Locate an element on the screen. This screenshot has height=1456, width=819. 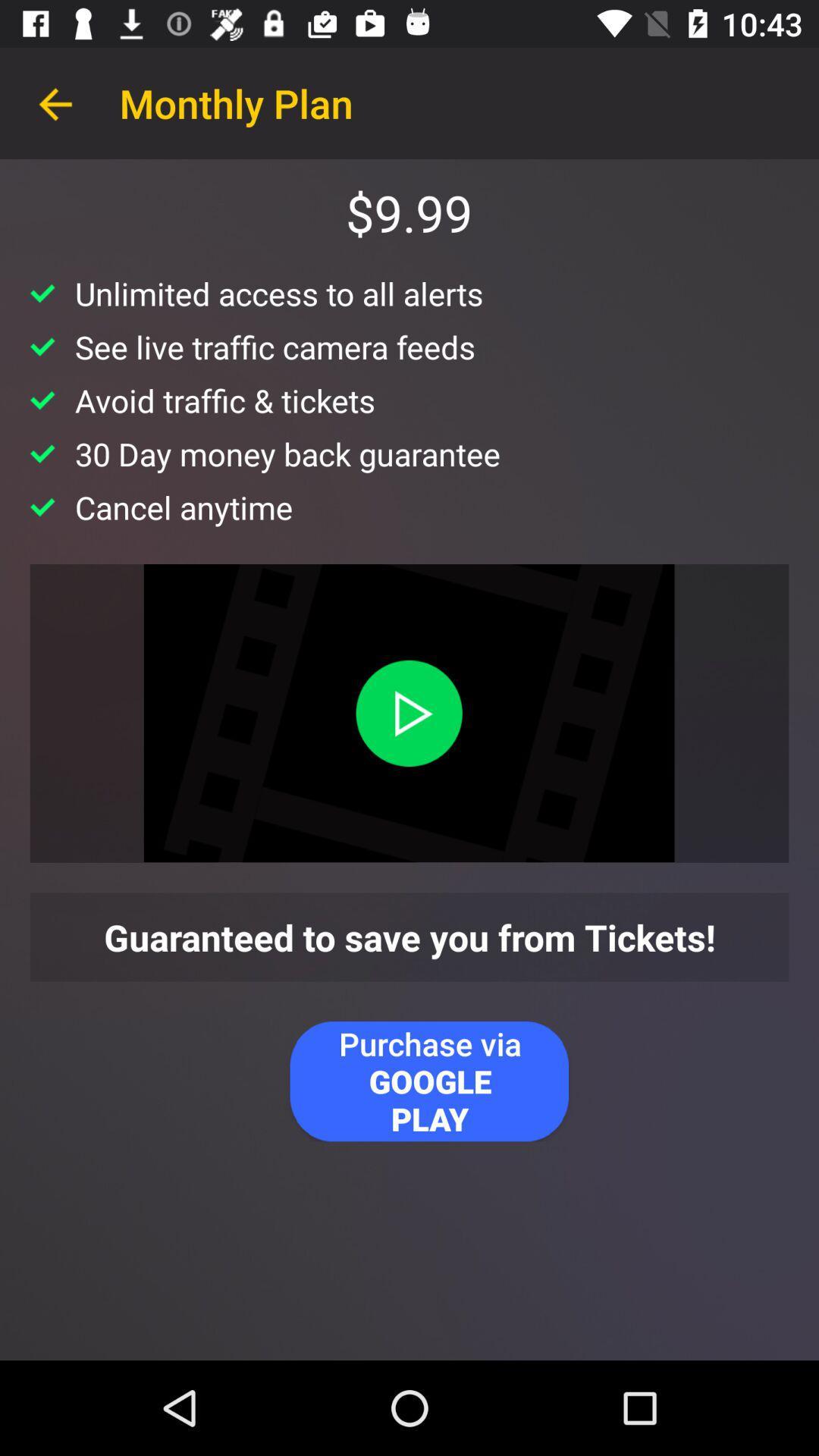
the item below guaranteed to save is located at coordinates (429, 1081).